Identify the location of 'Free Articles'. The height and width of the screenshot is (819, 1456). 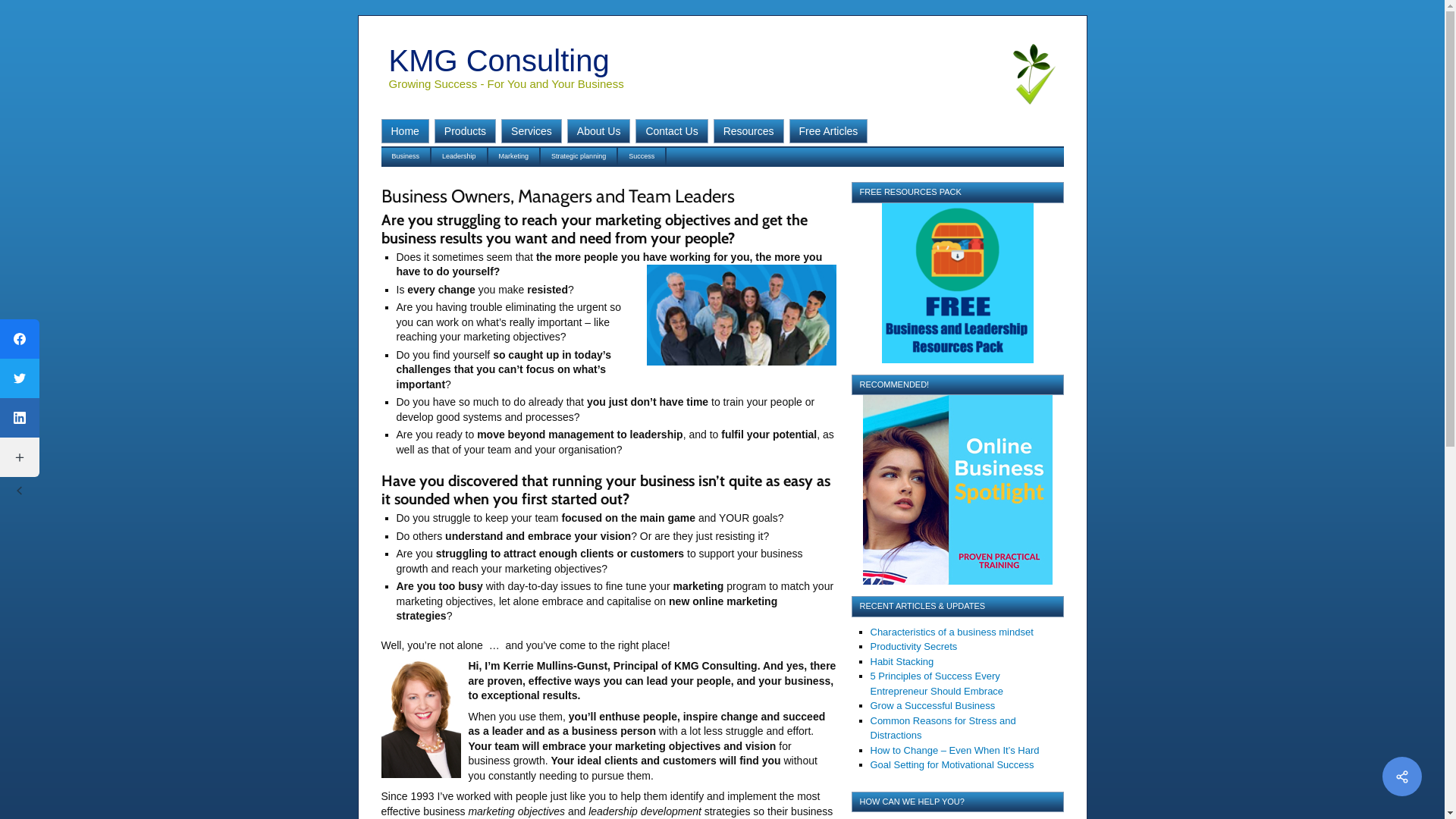
(828, 130).